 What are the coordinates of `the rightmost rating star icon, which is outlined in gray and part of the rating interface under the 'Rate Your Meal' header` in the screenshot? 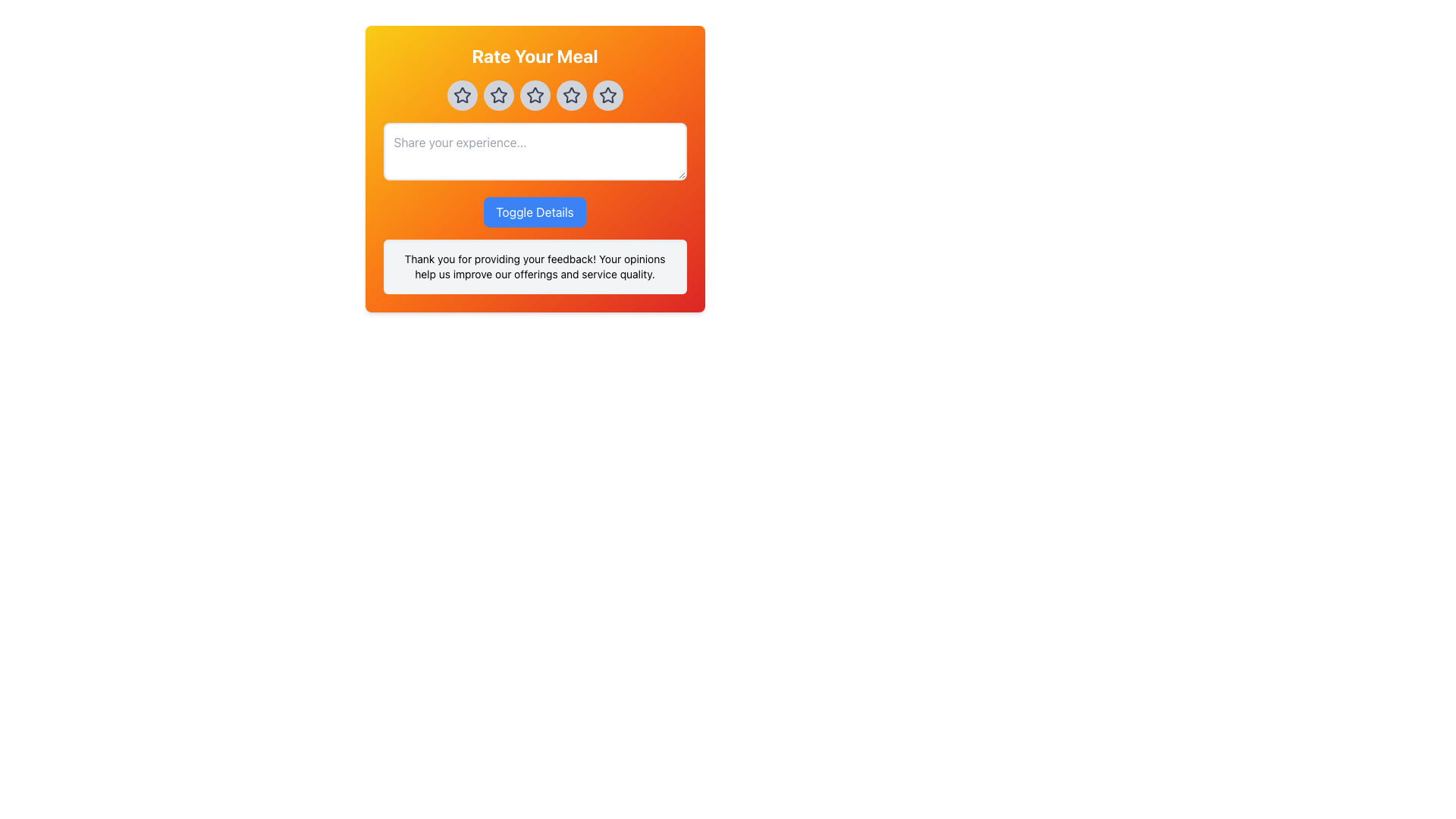 It's located at (607, 96).